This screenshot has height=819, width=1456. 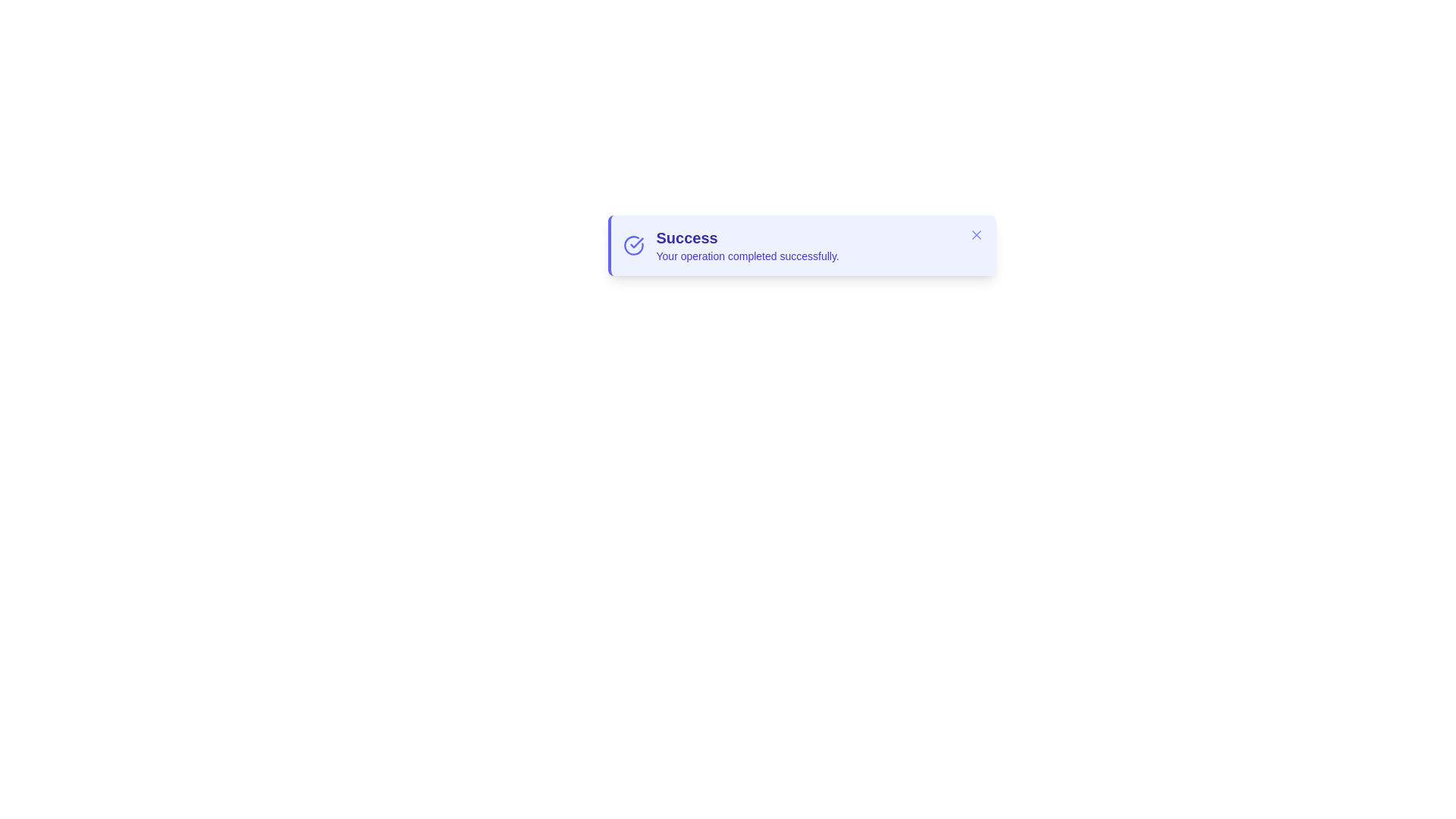 What do you see at coordinates (801, 245) in the screenshot?
I see `the success notification banner that informs the user of a completed operation, which includes a dismiss option` at bounding box center [801, 245].